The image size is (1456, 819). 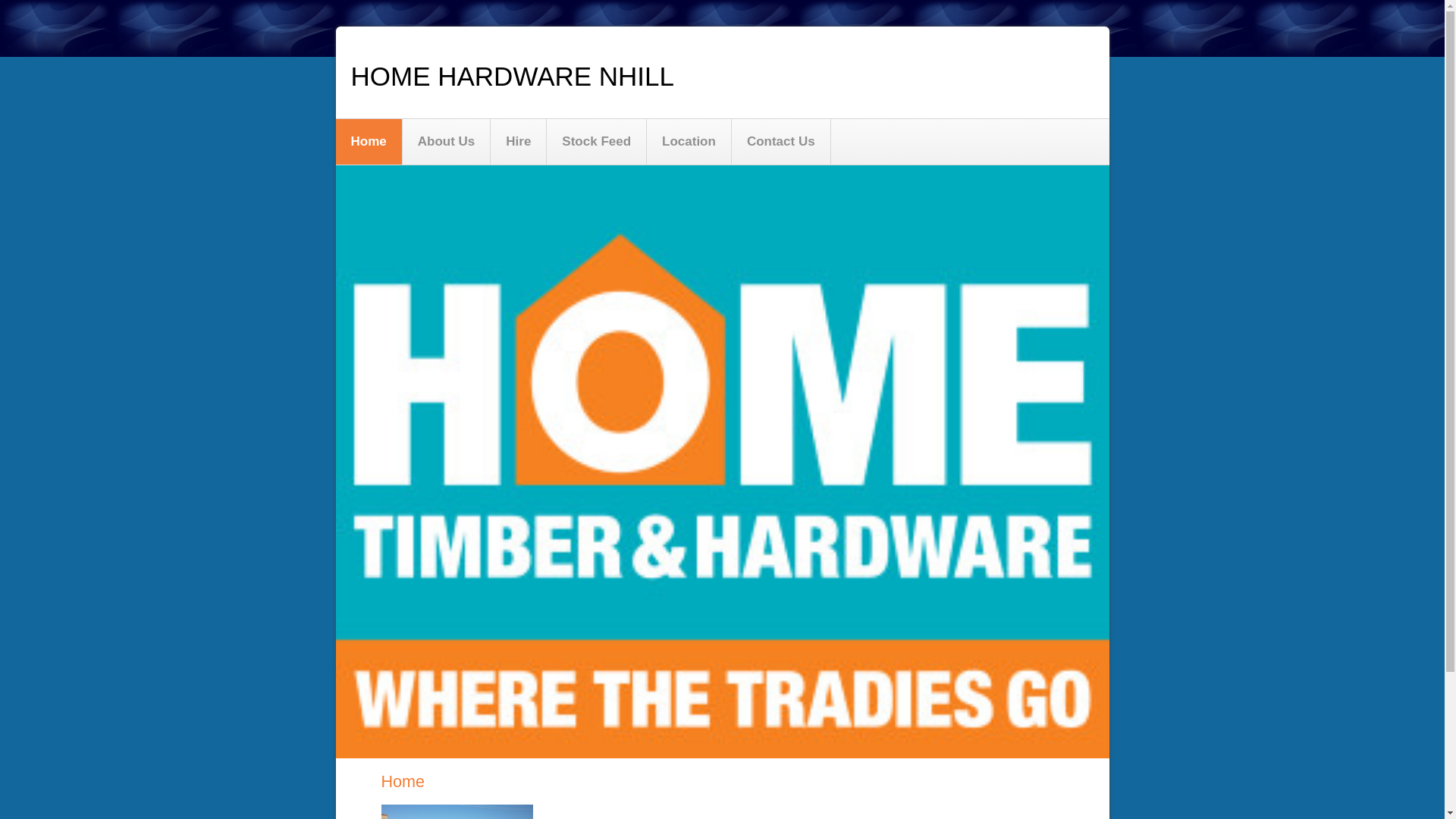 I want to click on 'About Us', so click(x=403, y=141).